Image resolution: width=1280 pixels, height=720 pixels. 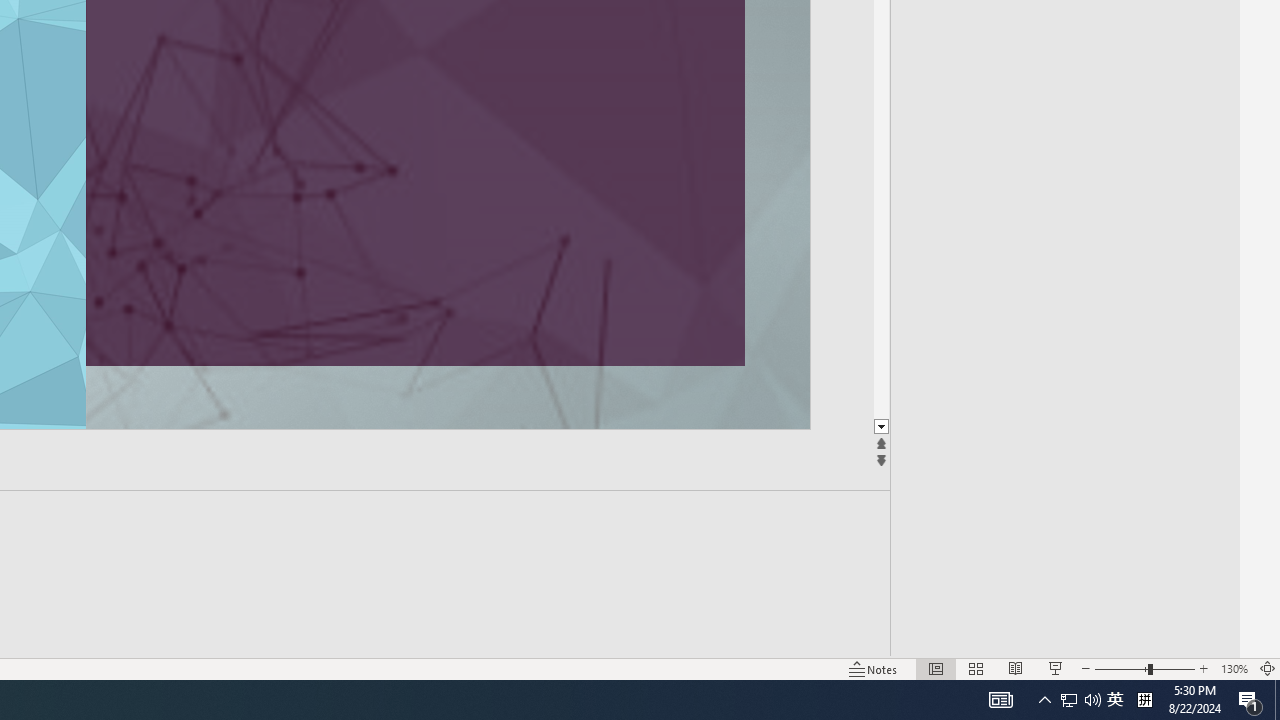 What do you see at coordinates (880, 426) in the screenshot?
I see `'Line down'` at bounding box center [880, 426].